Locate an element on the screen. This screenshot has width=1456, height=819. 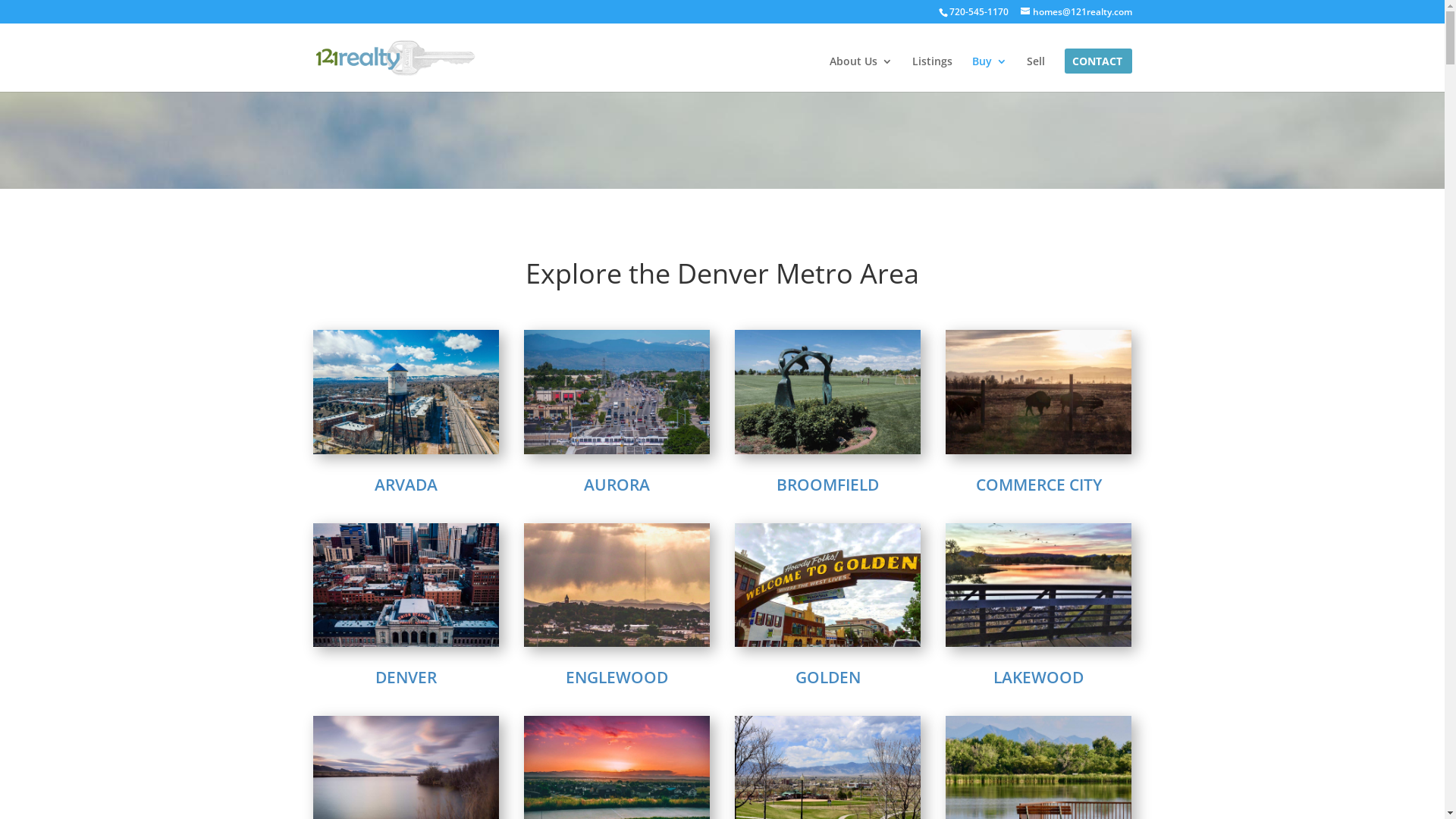
'CONTACT' is located at coordinates (1097, 74).